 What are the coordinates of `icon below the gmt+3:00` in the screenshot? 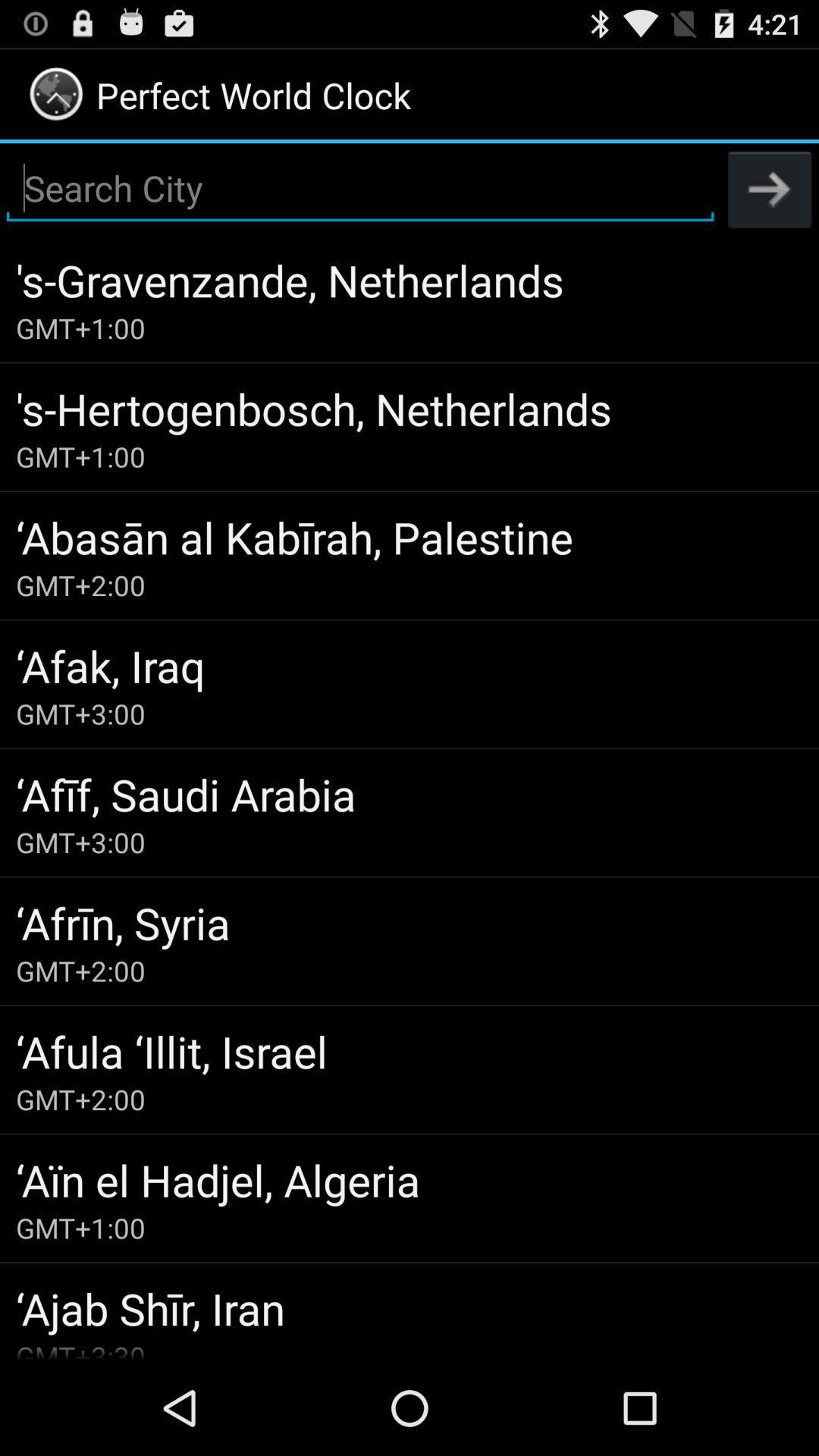 It's located at (409, 793).